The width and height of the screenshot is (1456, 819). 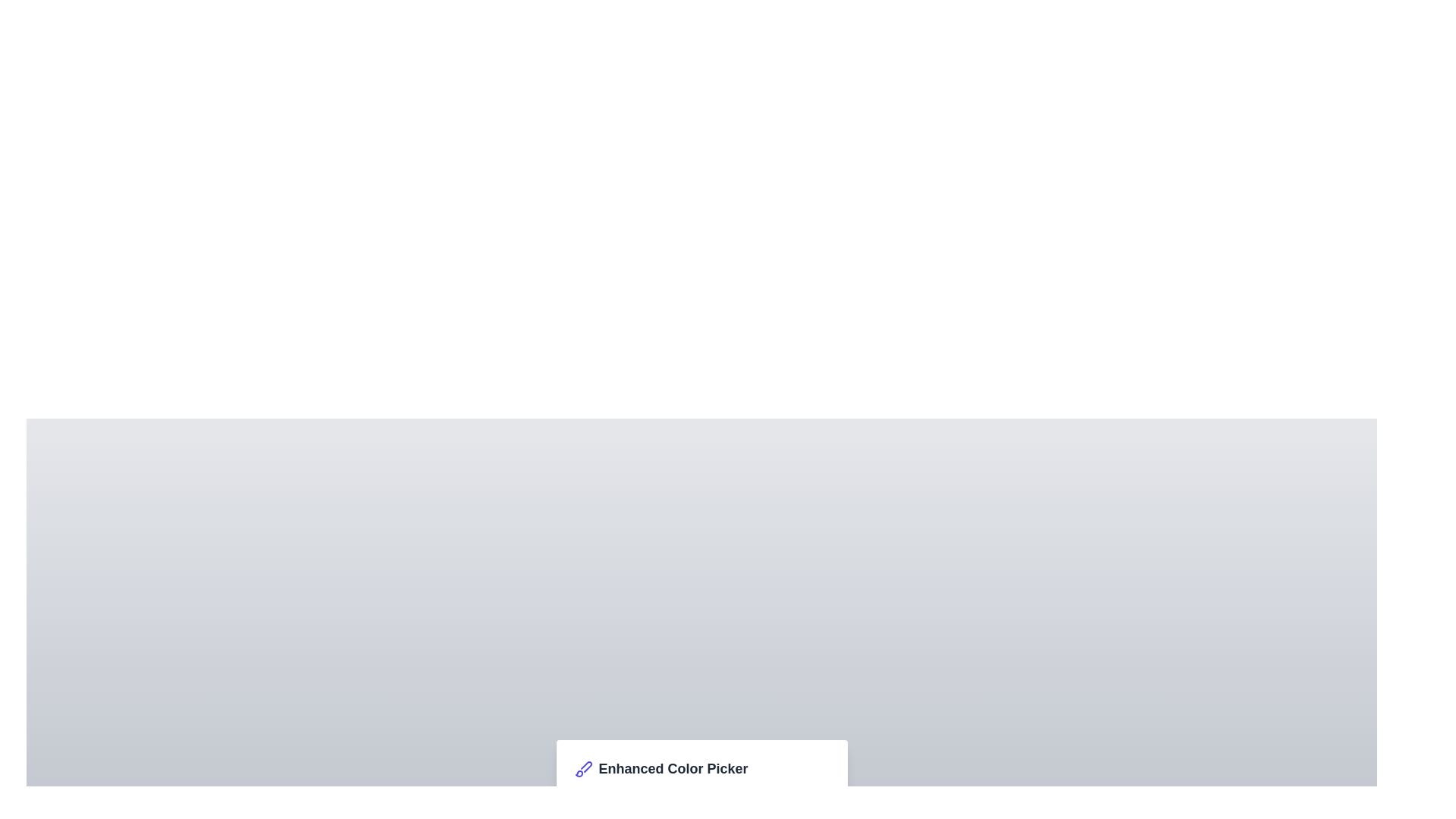 I want to click on the brush tool icon located to the left of the 'Enhanced Color Picker' text, so click(x=582, y=769).